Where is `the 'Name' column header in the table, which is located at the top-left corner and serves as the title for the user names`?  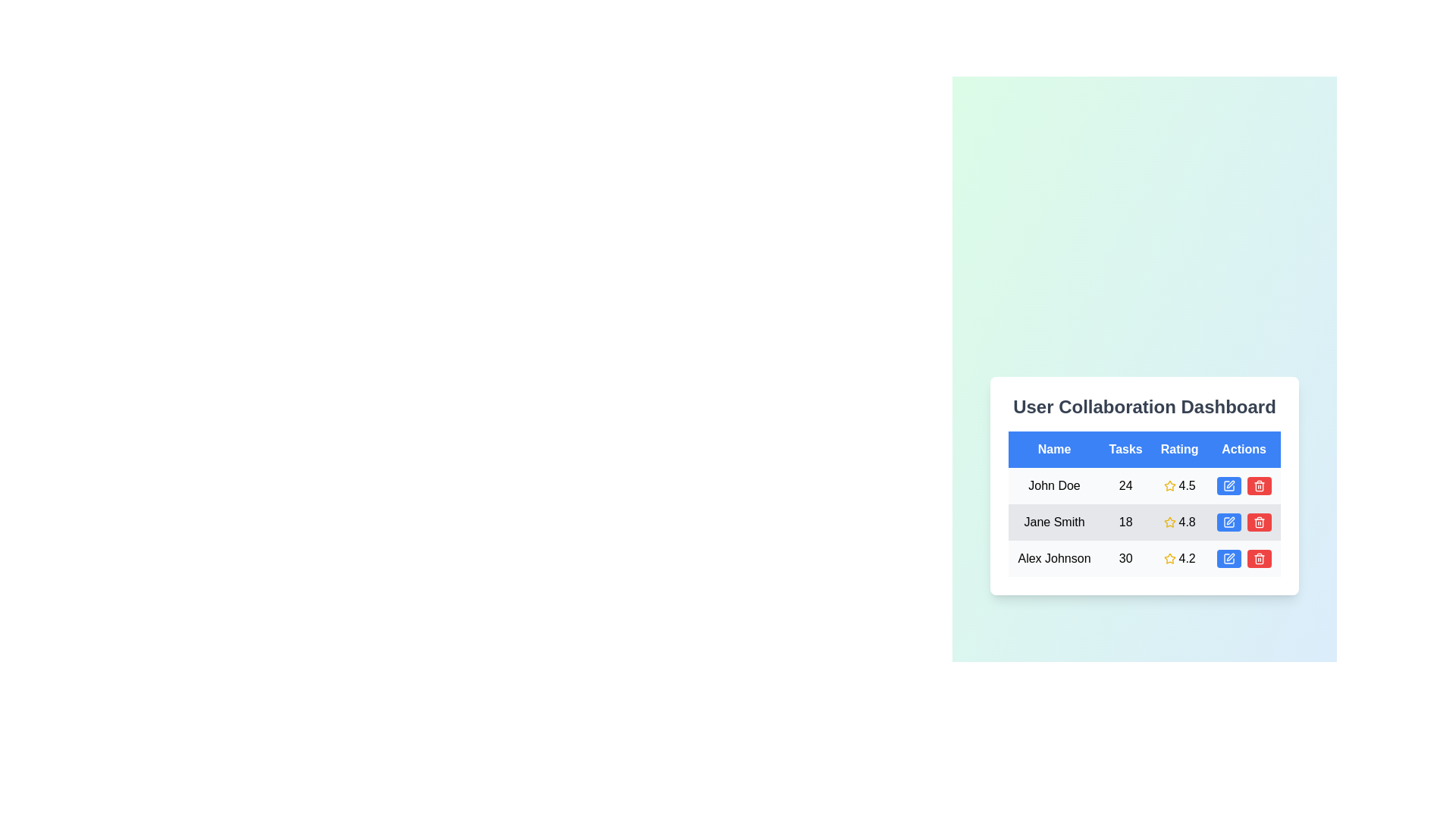 the 'Name' column header in the table, which is located at the top-left corner and serves as the title for the user names is located at coordinates (1053, 449).